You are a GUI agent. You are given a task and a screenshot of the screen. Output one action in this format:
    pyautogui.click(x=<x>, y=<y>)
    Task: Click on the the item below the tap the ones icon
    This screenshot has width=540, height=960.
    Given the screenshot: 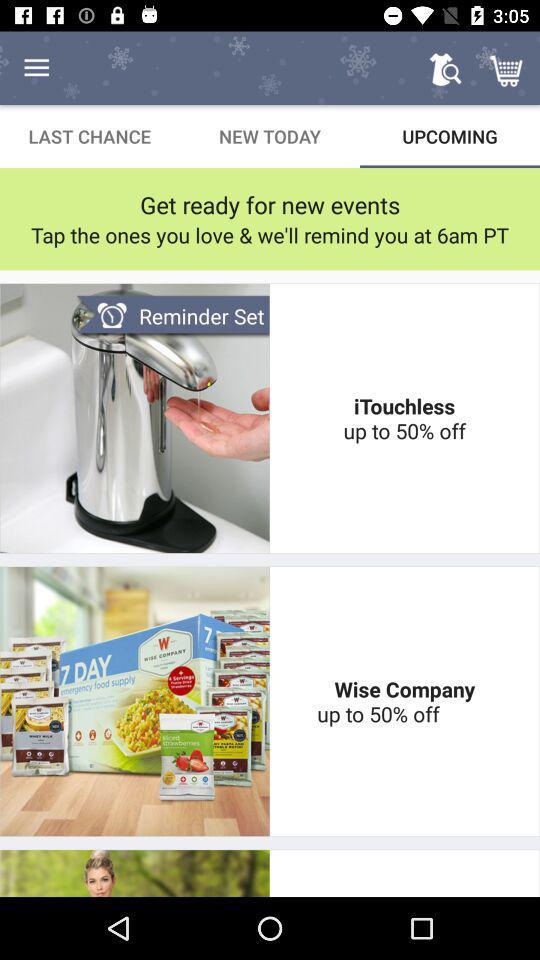 What is the action you would take?
    pyautogui.click(x=404, y=417)
    